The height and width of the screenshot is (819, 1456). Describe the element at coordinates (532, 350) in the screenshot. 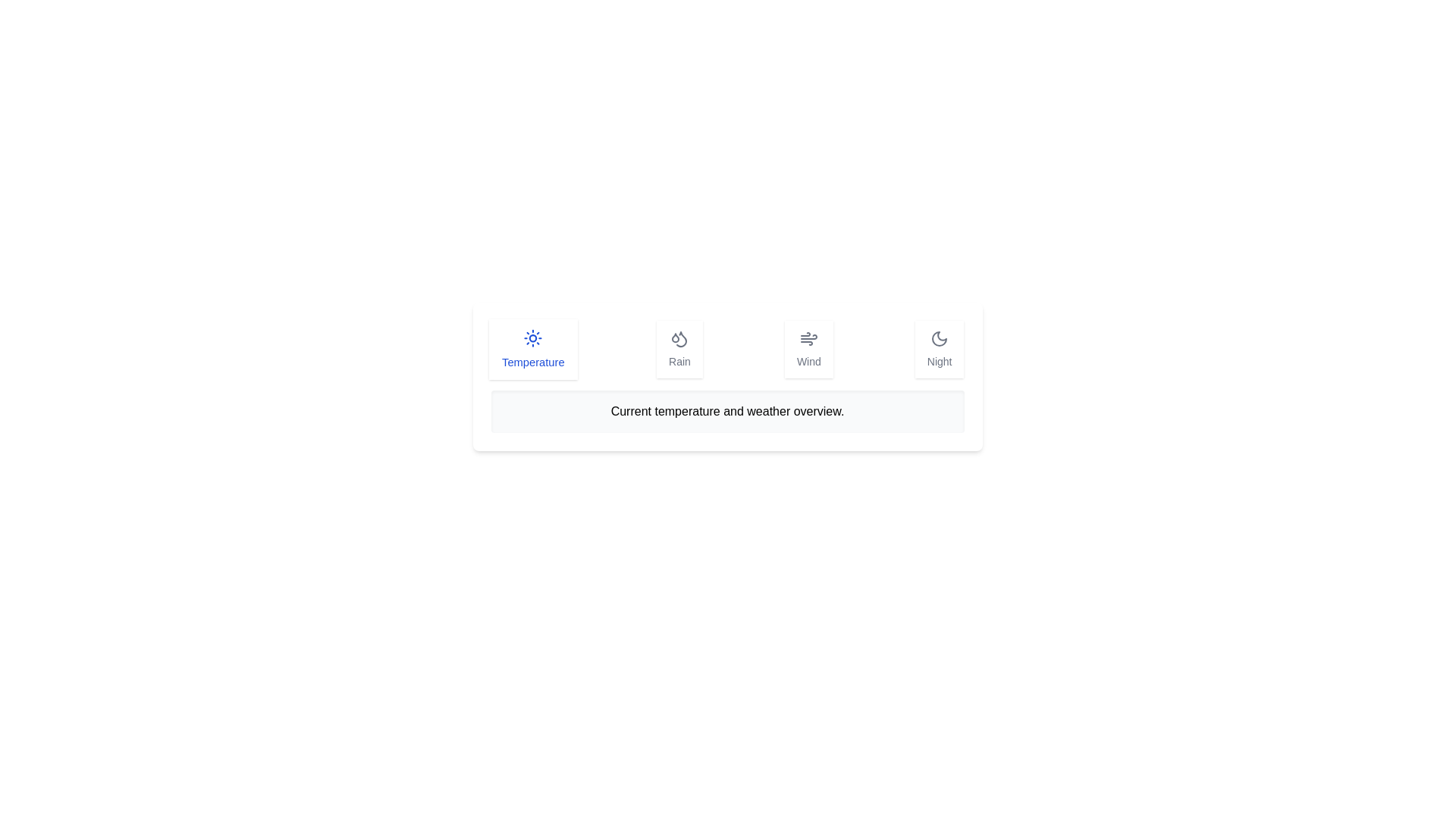

I see `the button labeled 'Temperature' which features a sun icon and blue text` at that location.